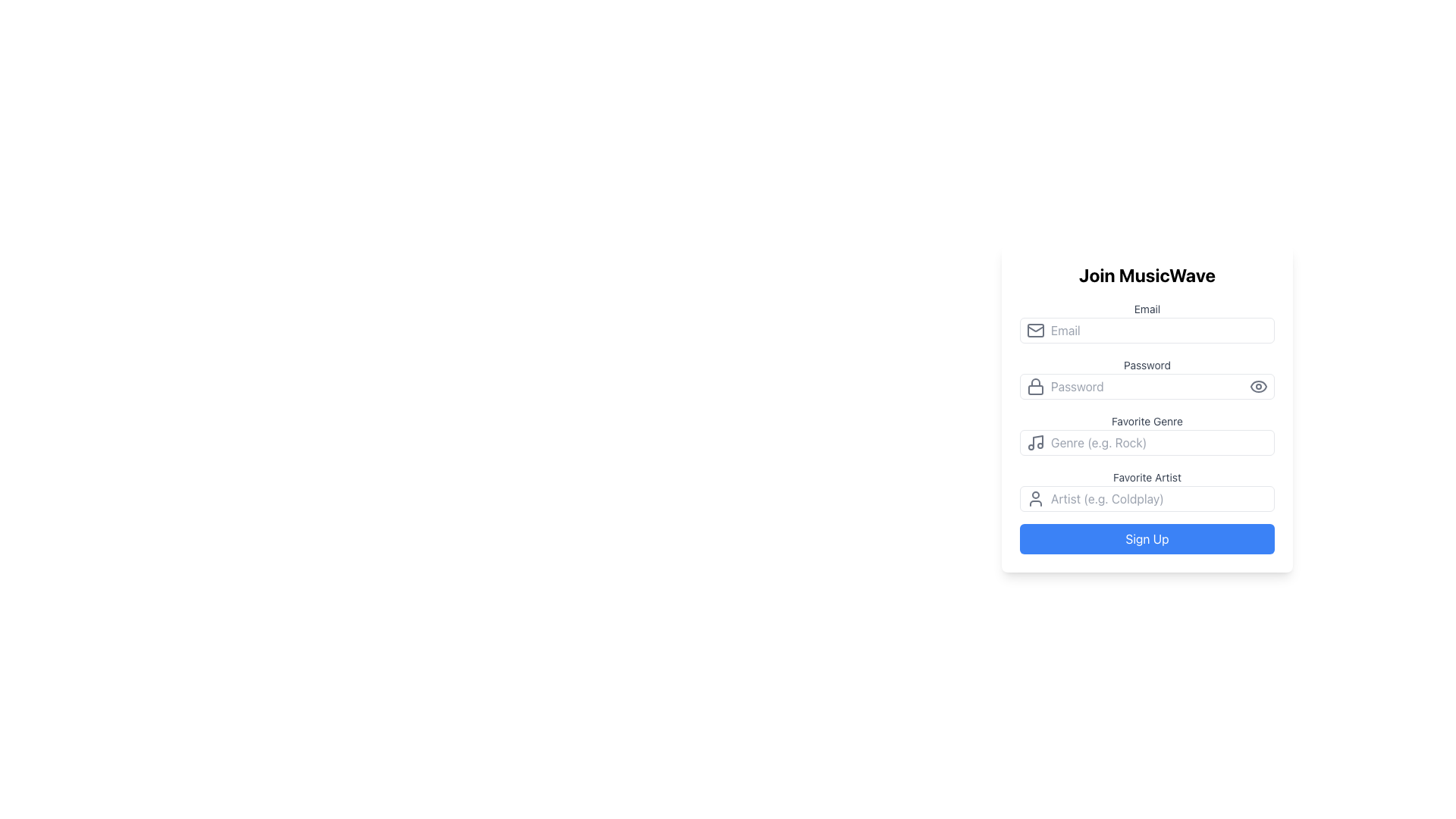  Describe the element at coordinates (1259, 385) in the screenshot. I see `the password visibility toggle button represented by an eye icon` at that location.